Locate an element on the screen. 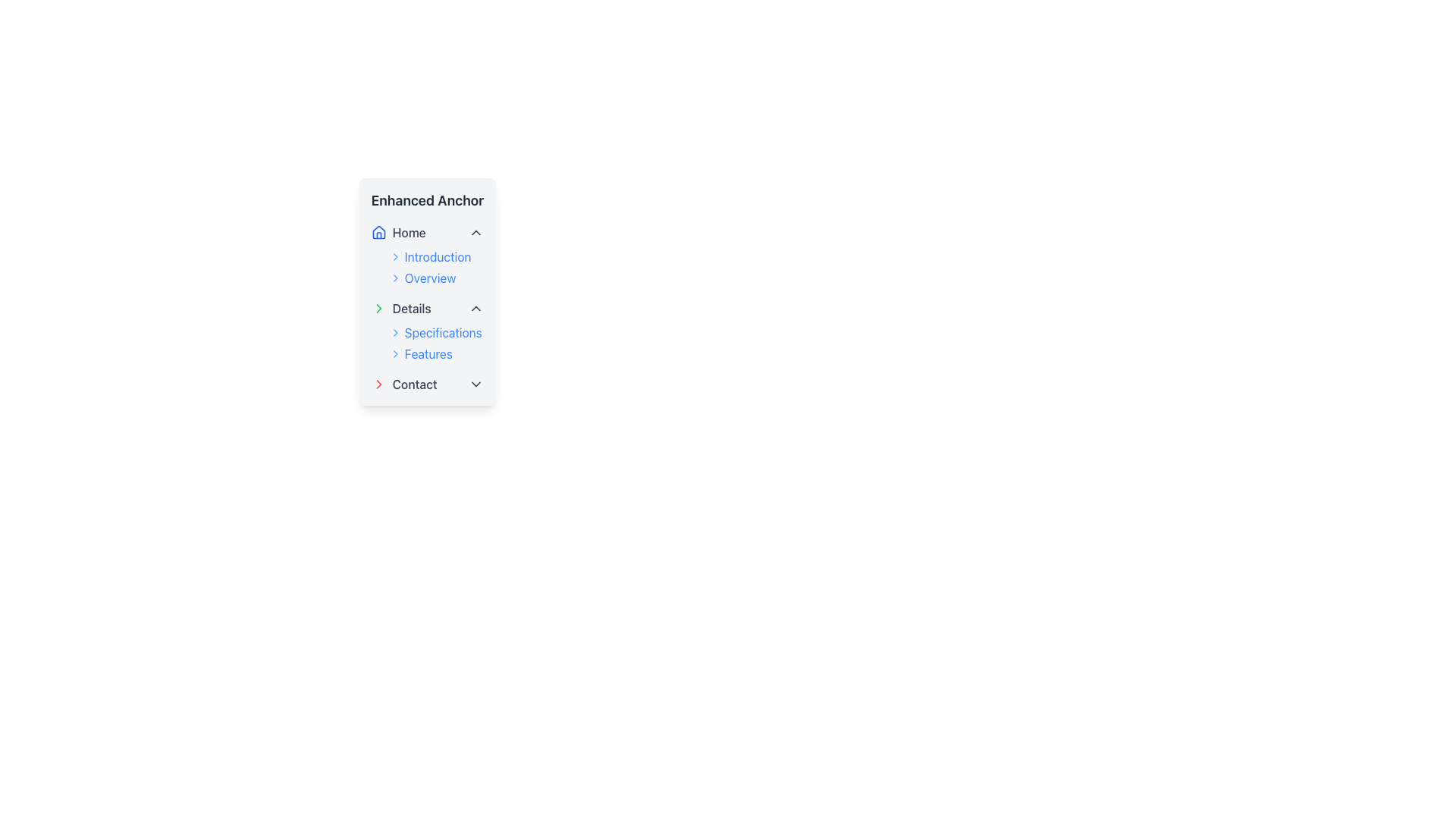  the gray downward-pointing chevron icon located to the right of the 'Contact' label in the vertical navigation panel is located at coordinates (475, 383).